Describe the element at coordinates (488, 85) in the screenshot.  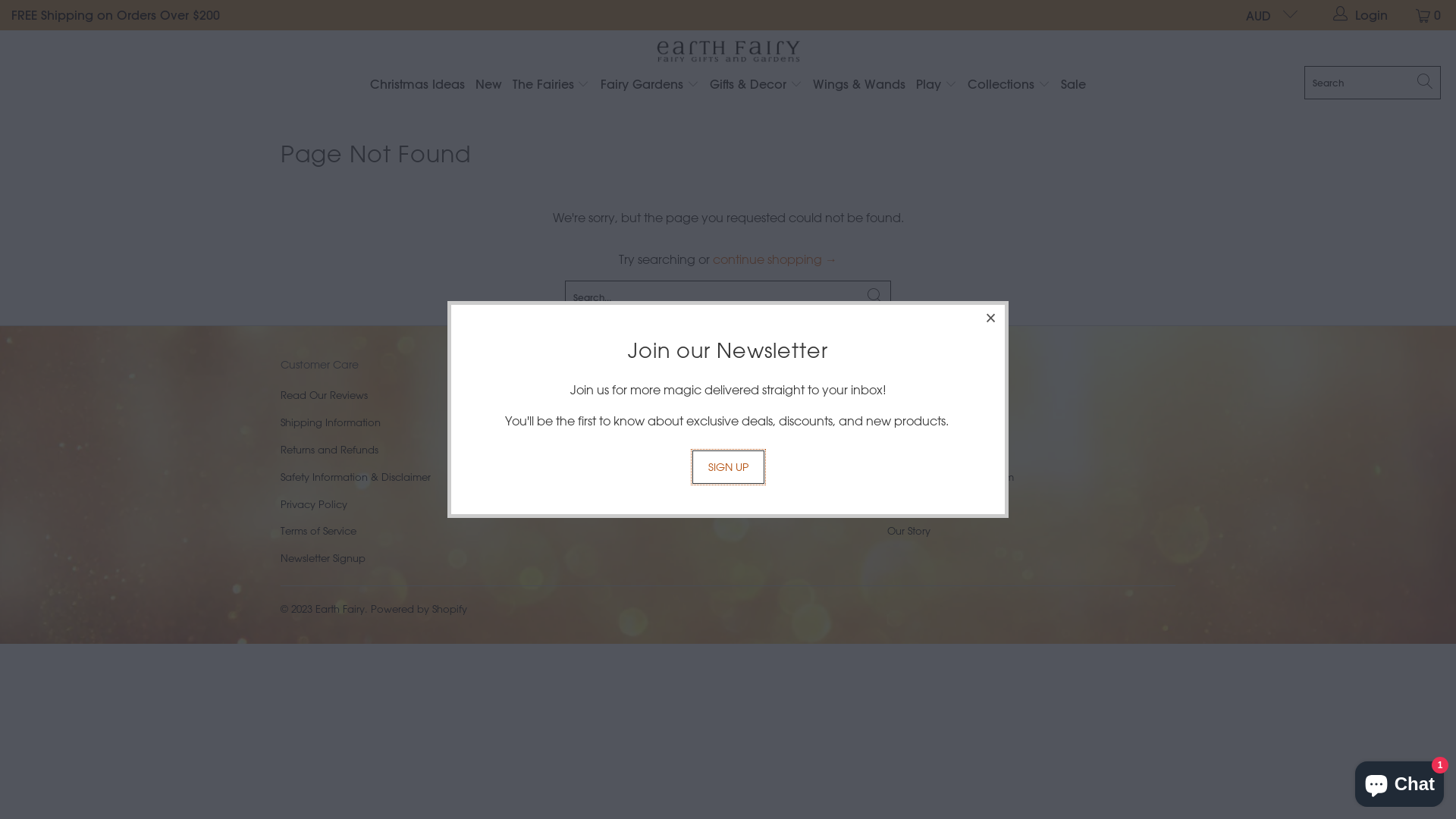
I see `'New'` at that location.